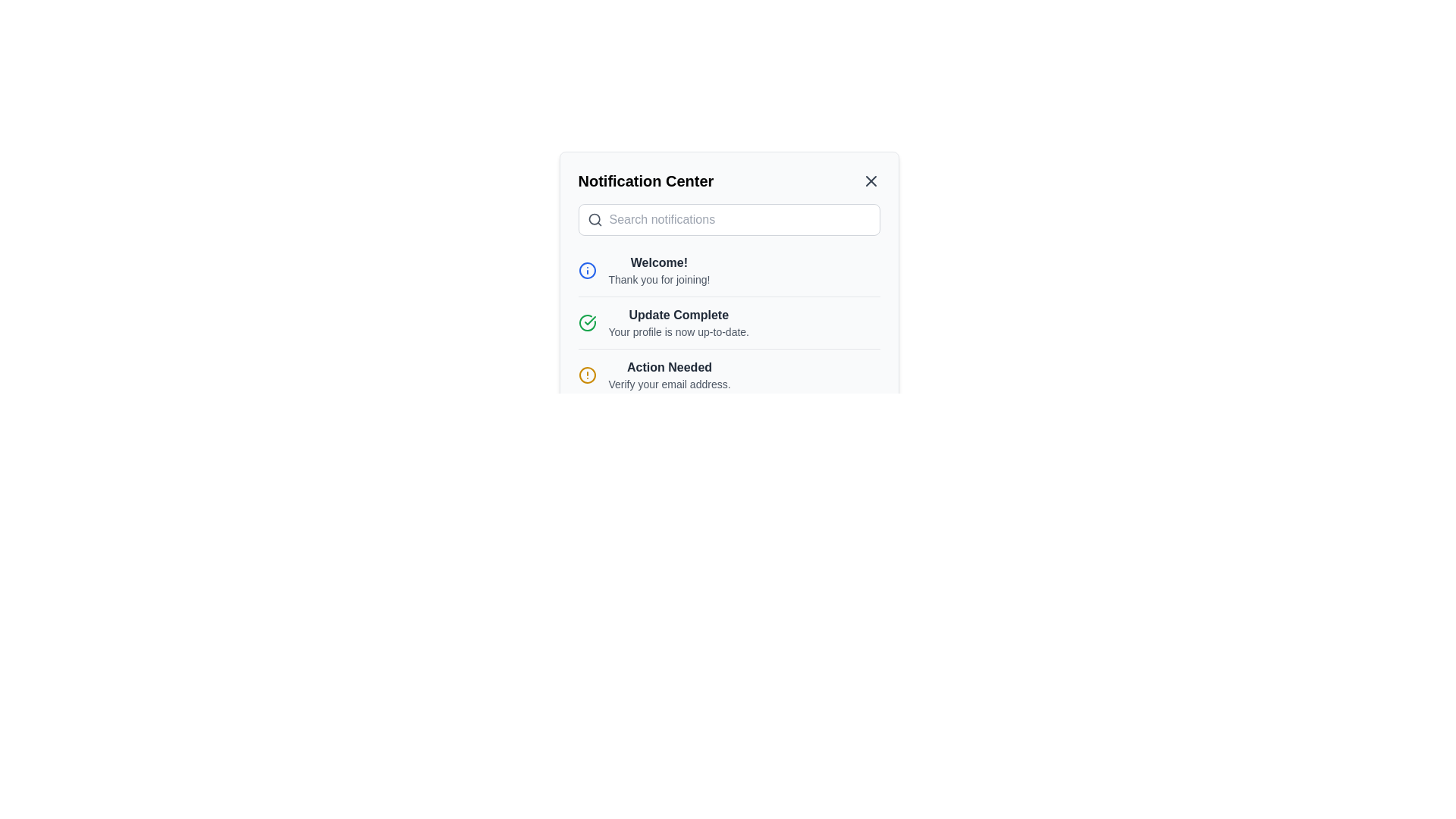 The width and height of the screenshot is (1456, 819). I want to click on the informational message icon located on the left side of the text content within the notification card, so click(586, 270).